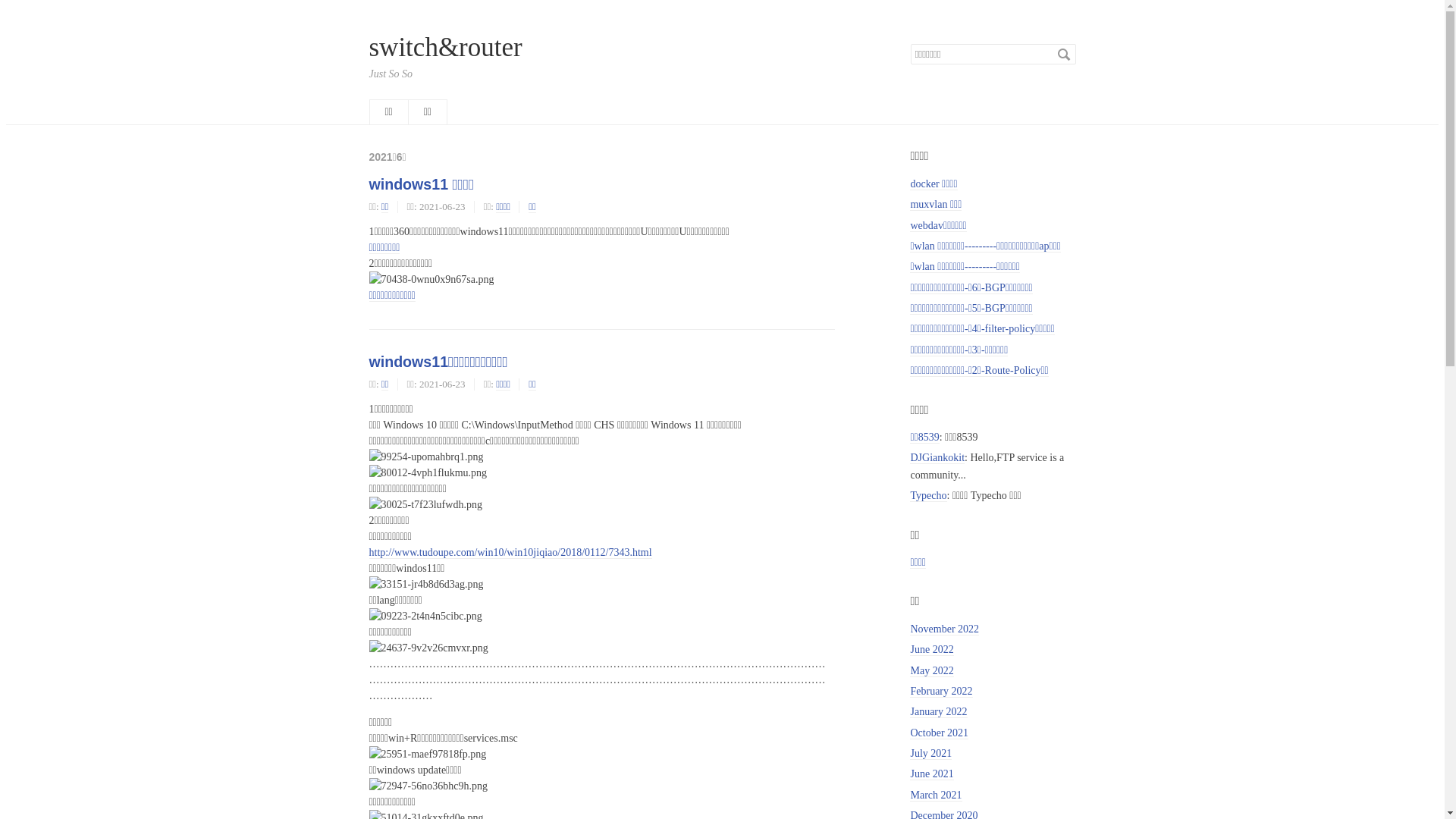 This screenshot has height=819, width=1456. Describe the element at coordinates (910, 691) in the screenshot. I see `'February 2022'` at that location.